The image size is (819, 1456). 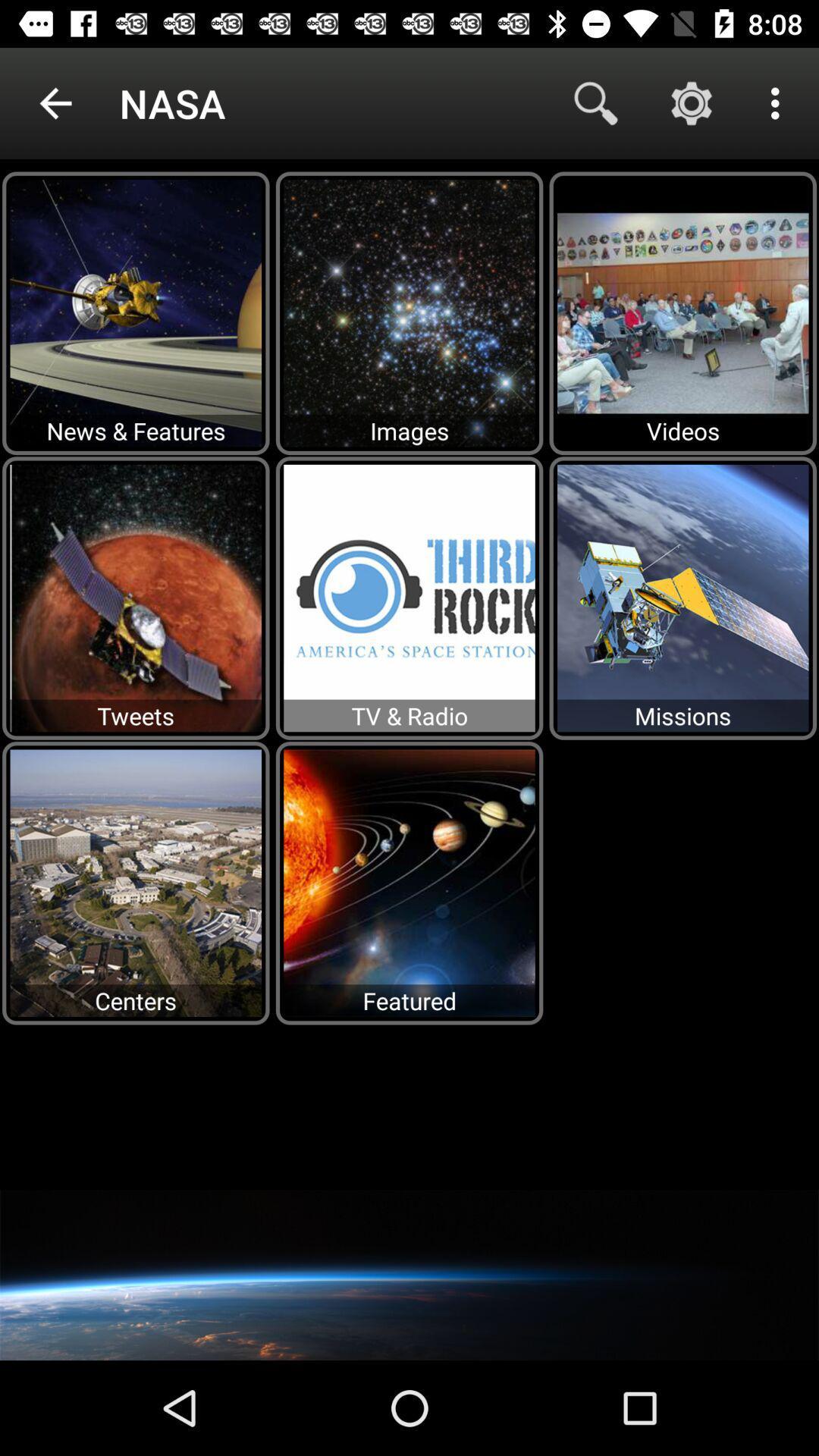 What do you see at coordinates (55, 102) in the screenshot?
I see `app to the left of the nasa item` at bounding box center [55, 102].